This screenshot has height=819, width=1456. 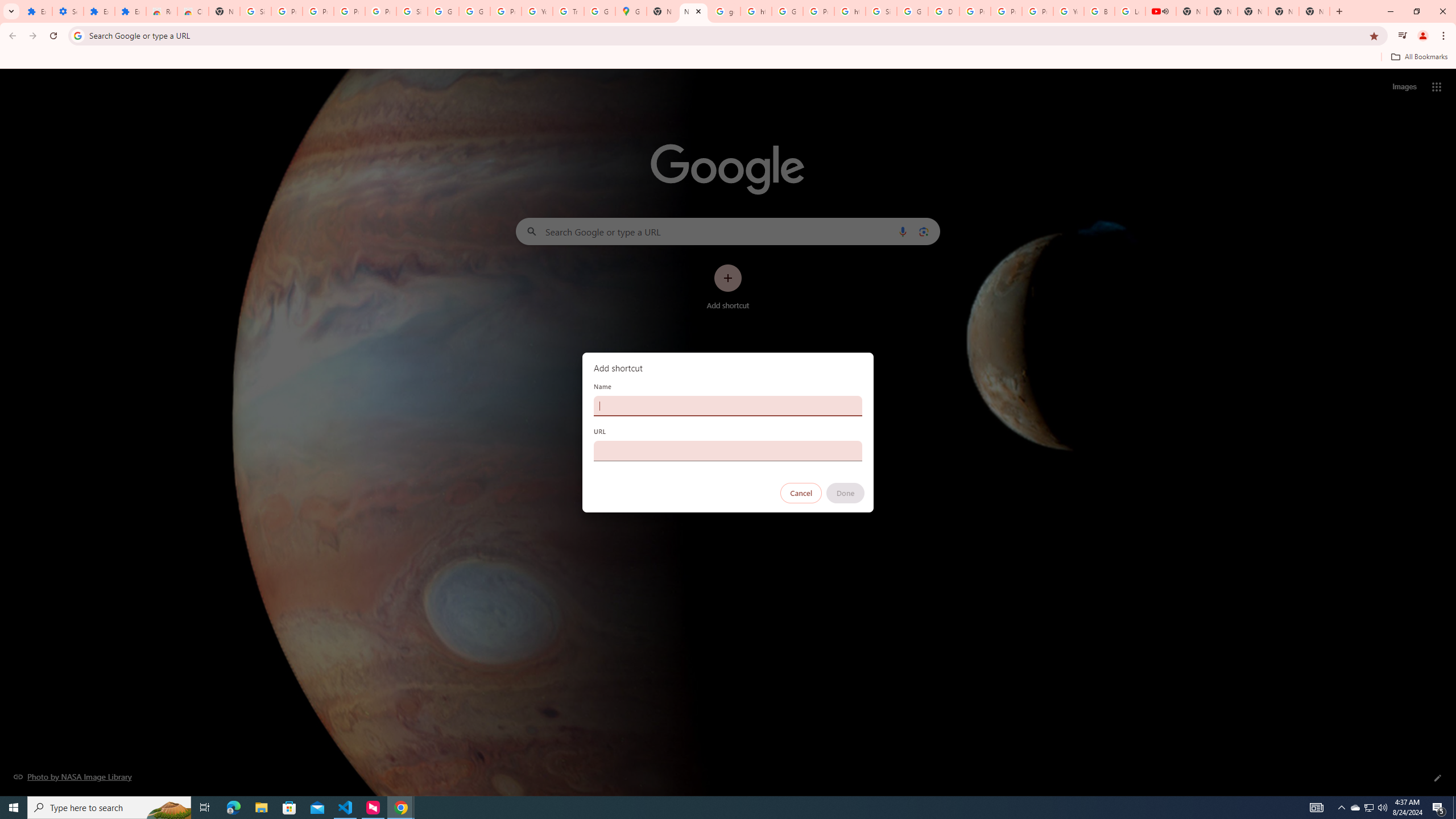 What do you see at coordinates (846, 493) in the screenshot?
I see `'Done'` at bounding box center [846, 493].